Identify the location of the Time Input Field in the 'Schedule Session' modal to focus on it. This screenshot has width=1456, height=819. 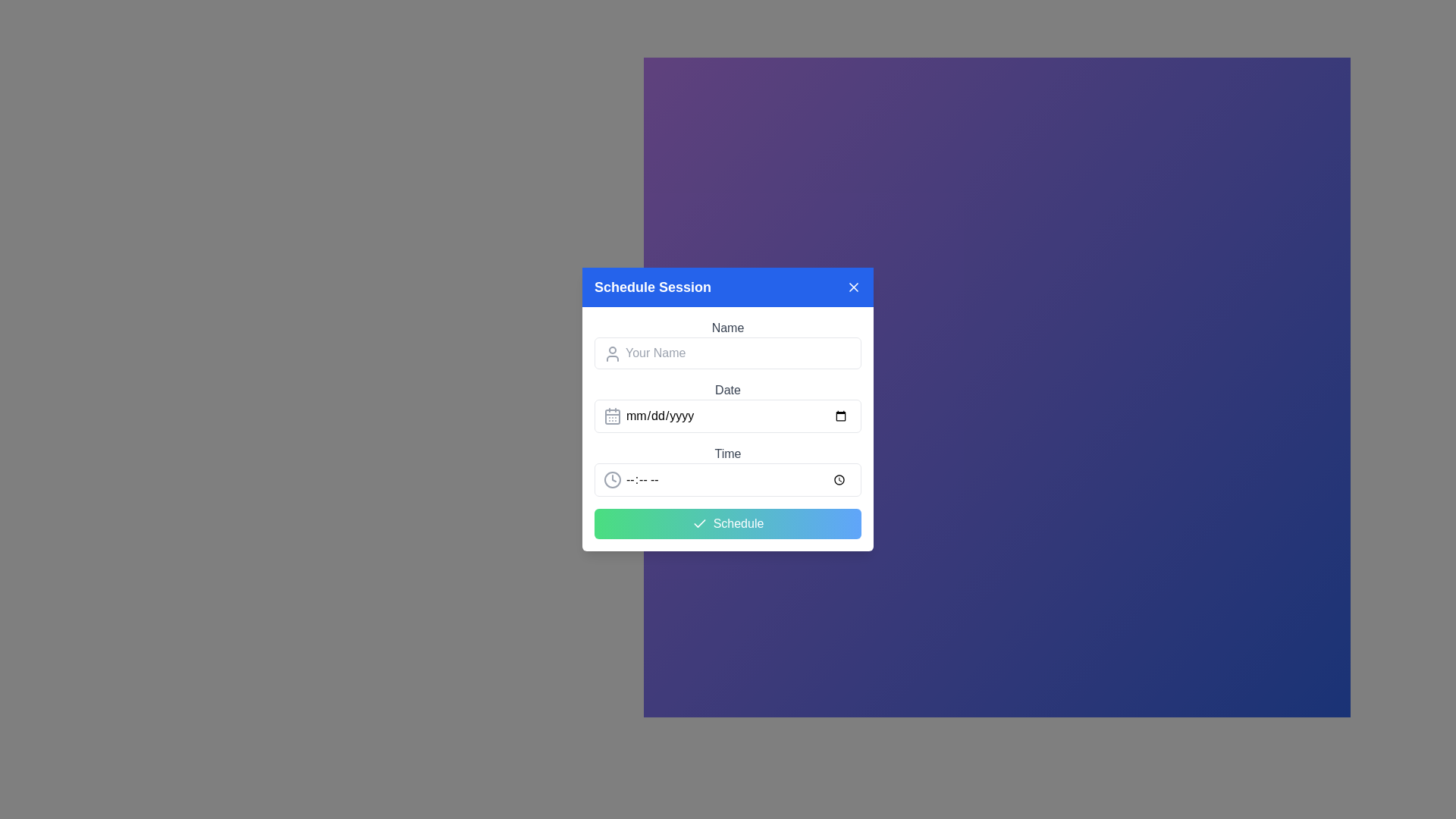
(728, 479).